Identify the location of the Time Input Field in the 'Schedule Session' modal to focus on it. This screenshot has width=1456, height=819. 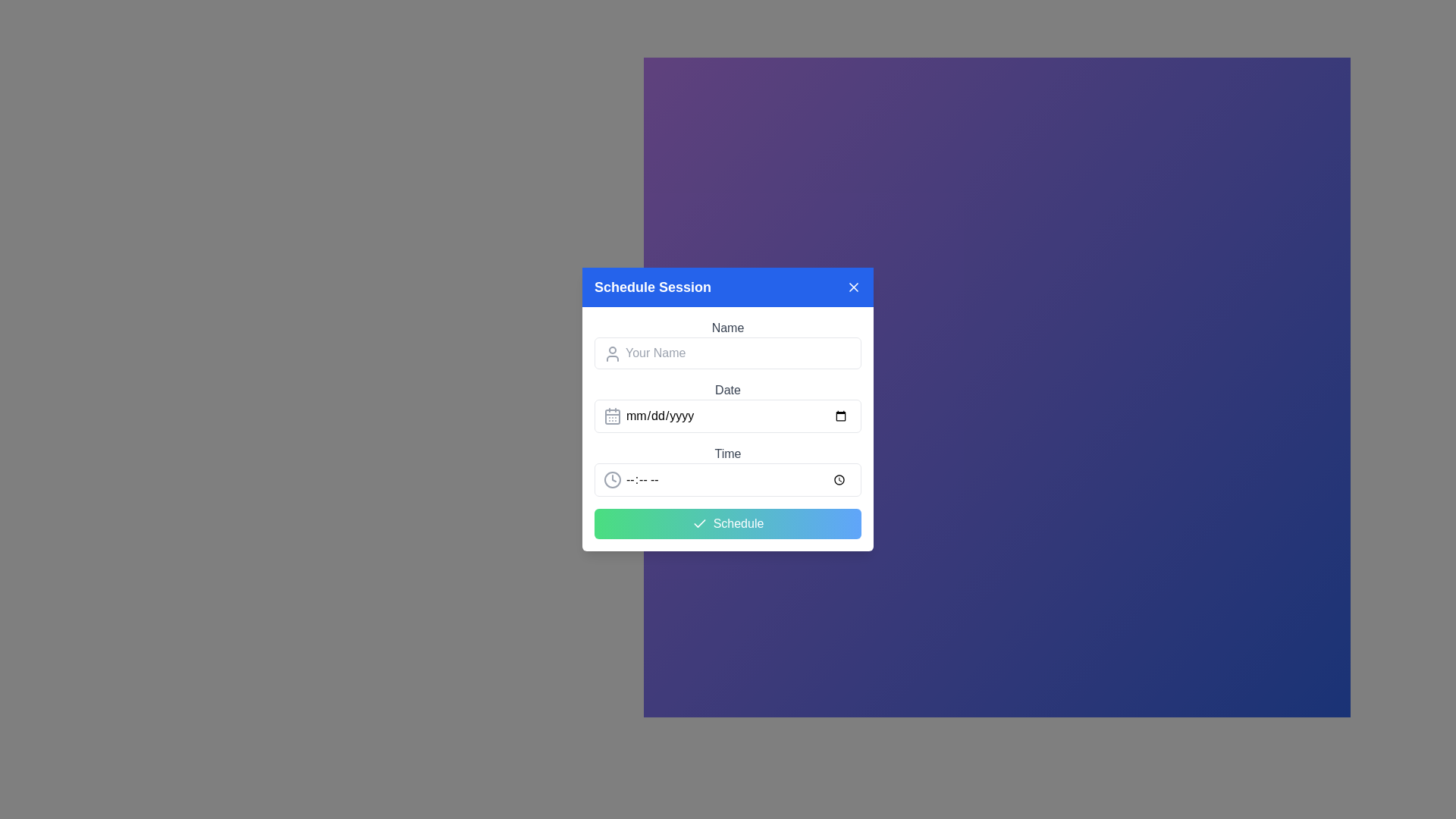
(728, 479).